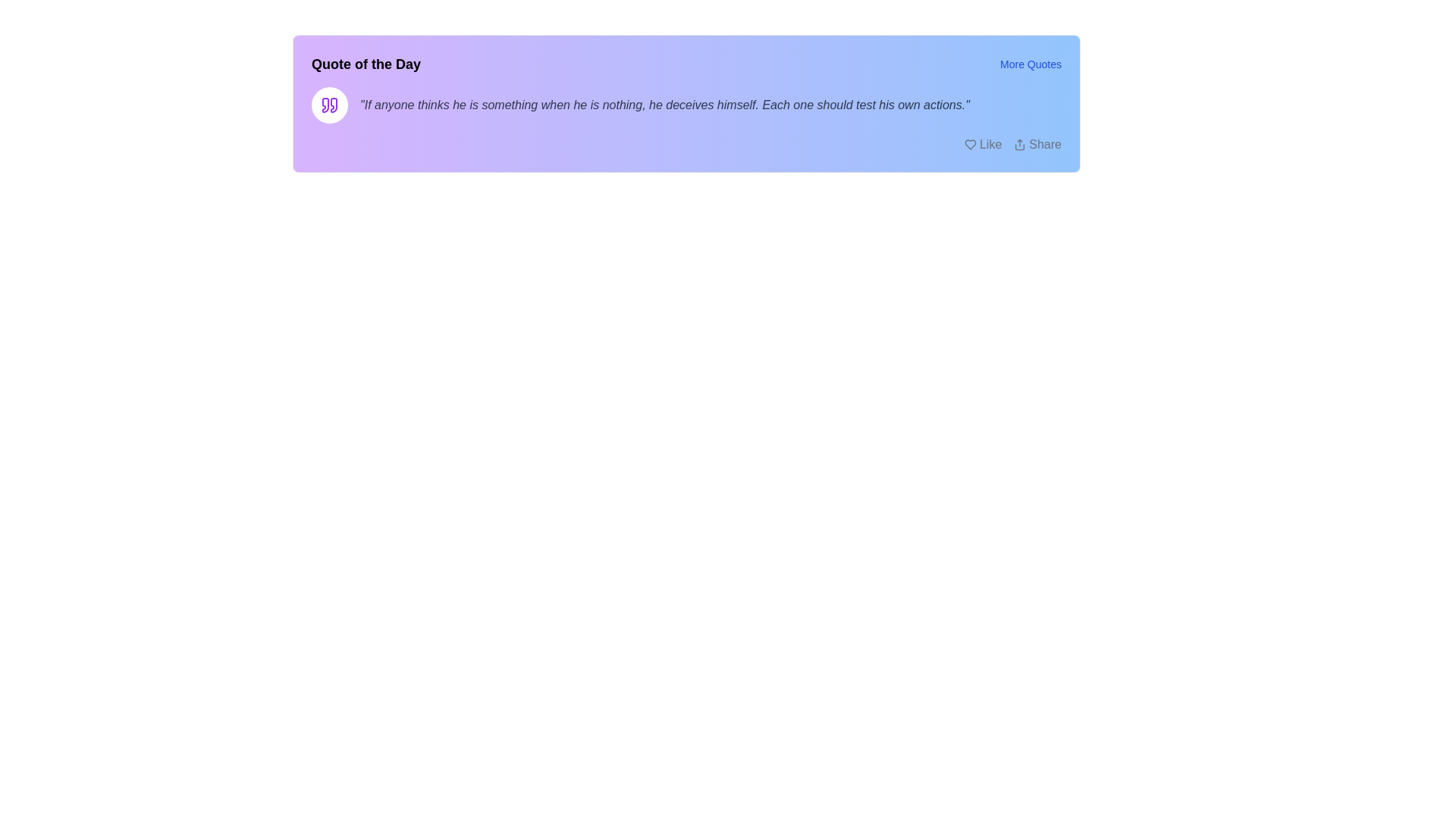 The image size is (1456, 819). Describe the element at coordinates (333, 104) in the screenshot. I see `the SVG-based decorative icon resembling an abstract quotation mark, located at the rightmost side of a pair of quotation marks in the 'Quote of the Day' card` at that location.